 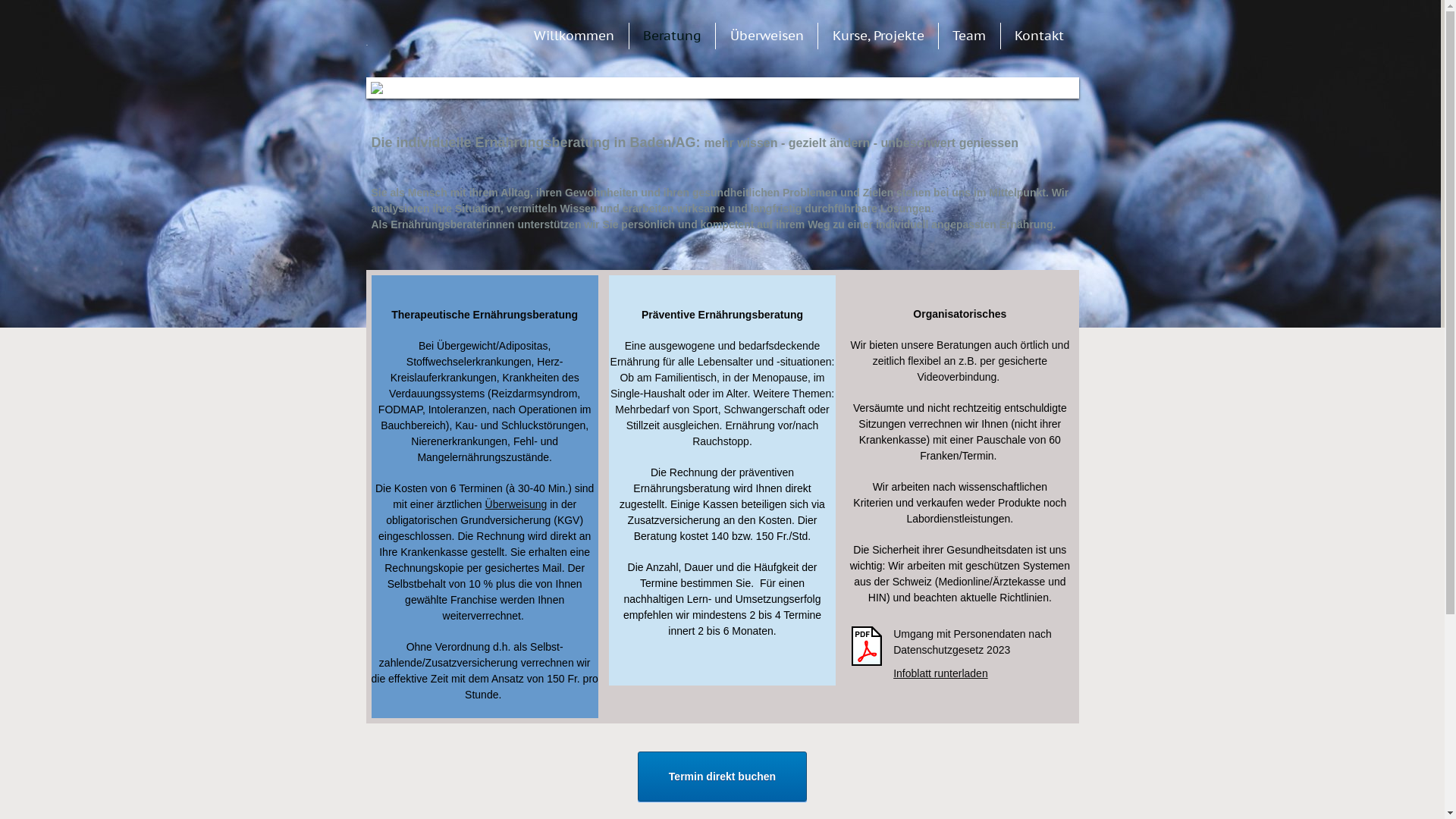 I want to click on 'Willkommen', so click(x=573, y=34).